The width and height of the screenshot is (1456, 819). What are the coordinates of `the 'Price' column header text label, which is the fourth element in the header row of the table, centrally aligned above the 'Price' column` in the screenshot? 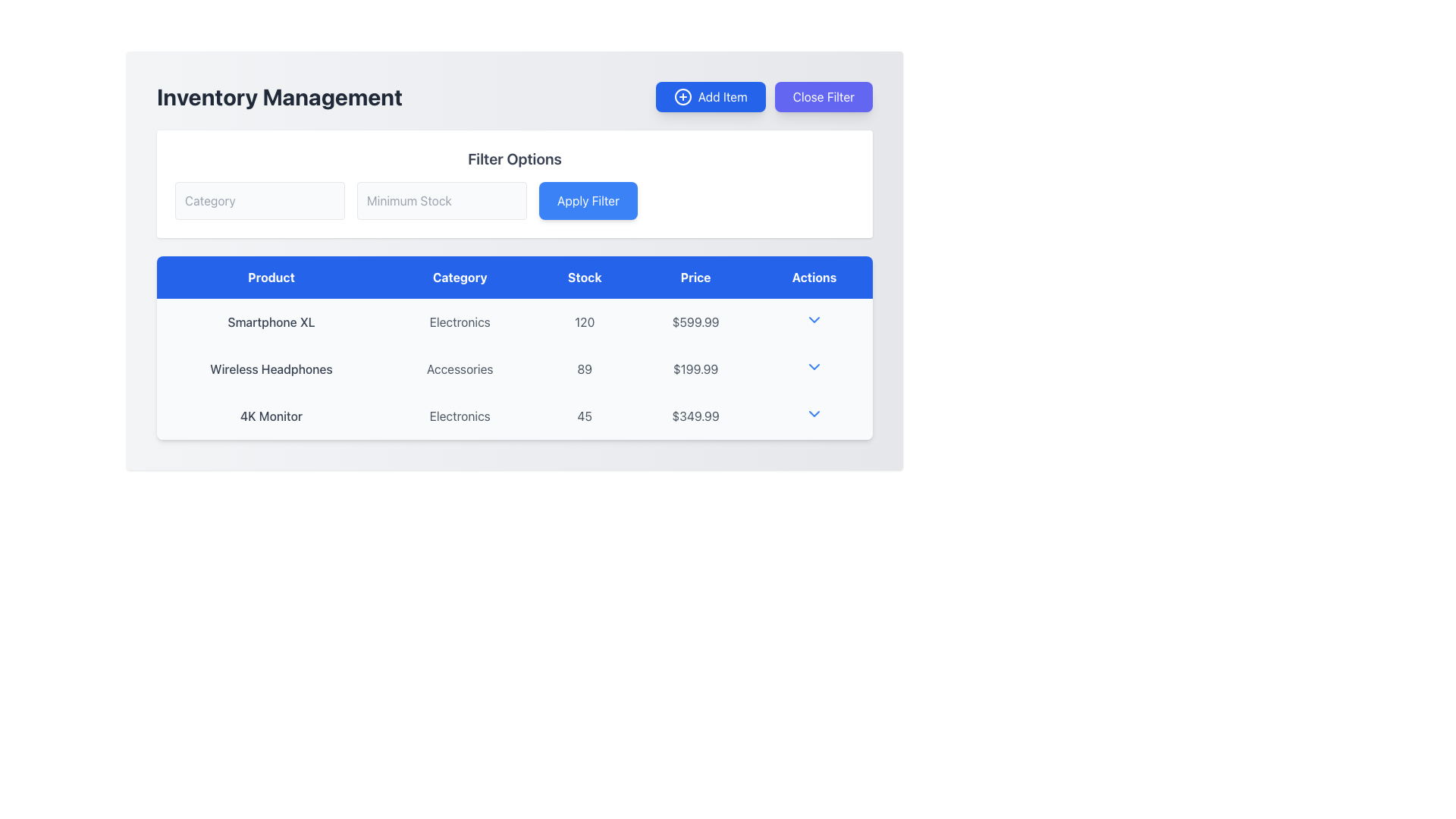 It's located at (695, 278).